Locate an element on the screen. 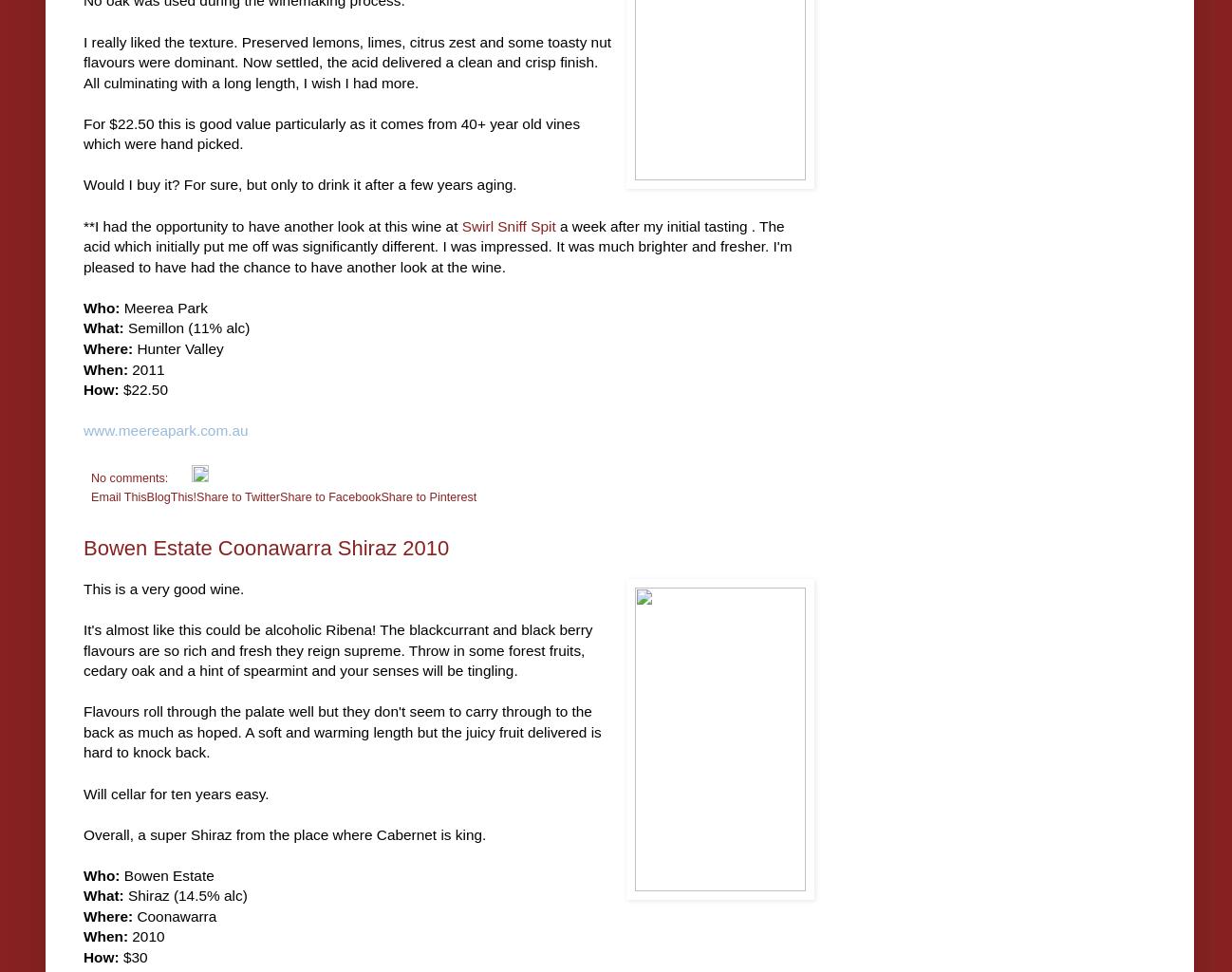 This screenshot has height=972, width=1232. 'I really liked the texture. Preserved lemons, limes, citrus zest and some toasty nut flavours were dominant. Now settled, the acid delivered a clean and crisp finish. All culminating with a long length, I wish I had more.' is located at coordinates (347, 61).